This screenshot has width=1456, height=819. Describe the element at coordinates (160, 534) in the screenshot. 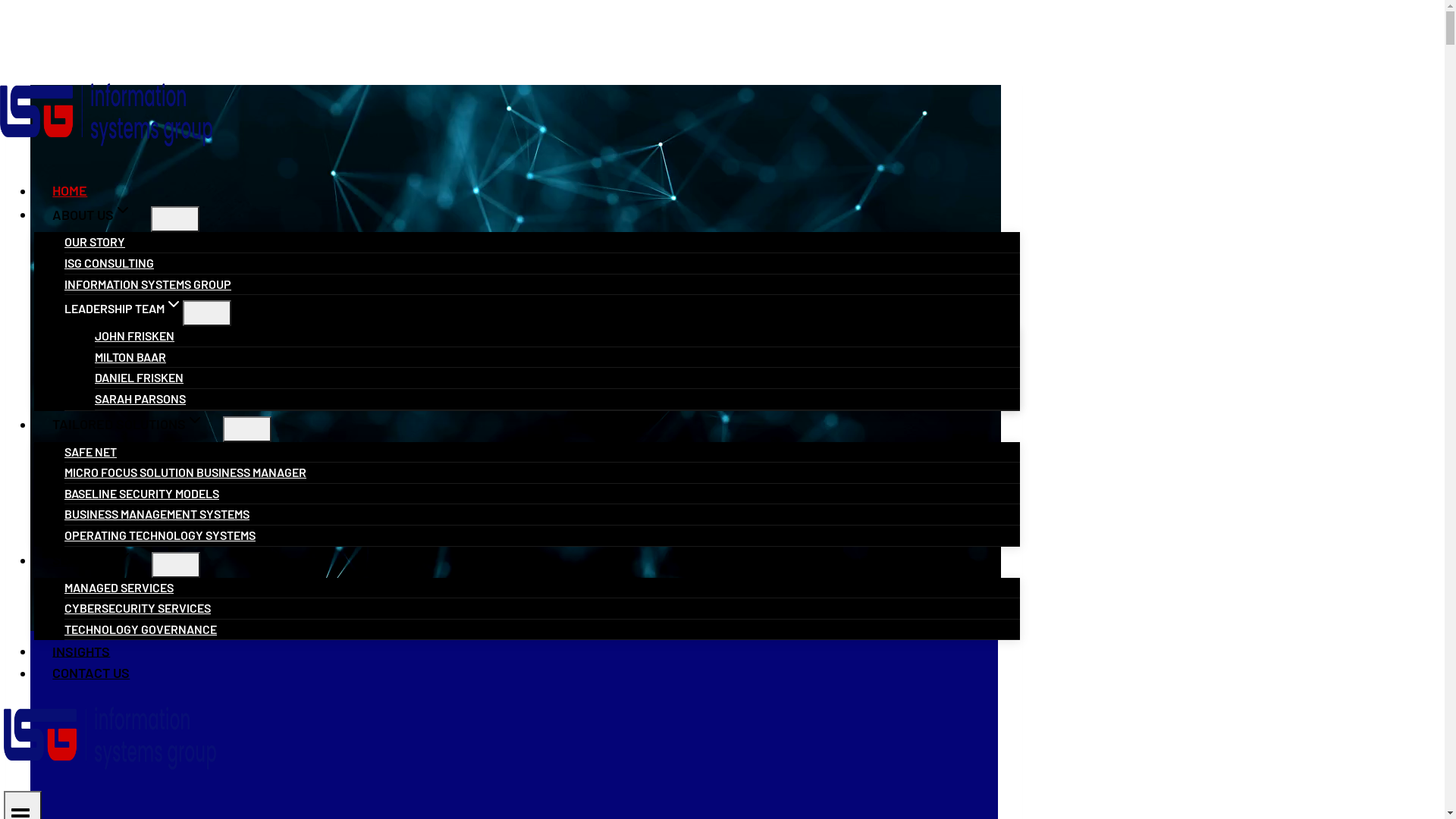

I see `'OPERATING TECHNOLOGY SYSTEMS'` at that location.